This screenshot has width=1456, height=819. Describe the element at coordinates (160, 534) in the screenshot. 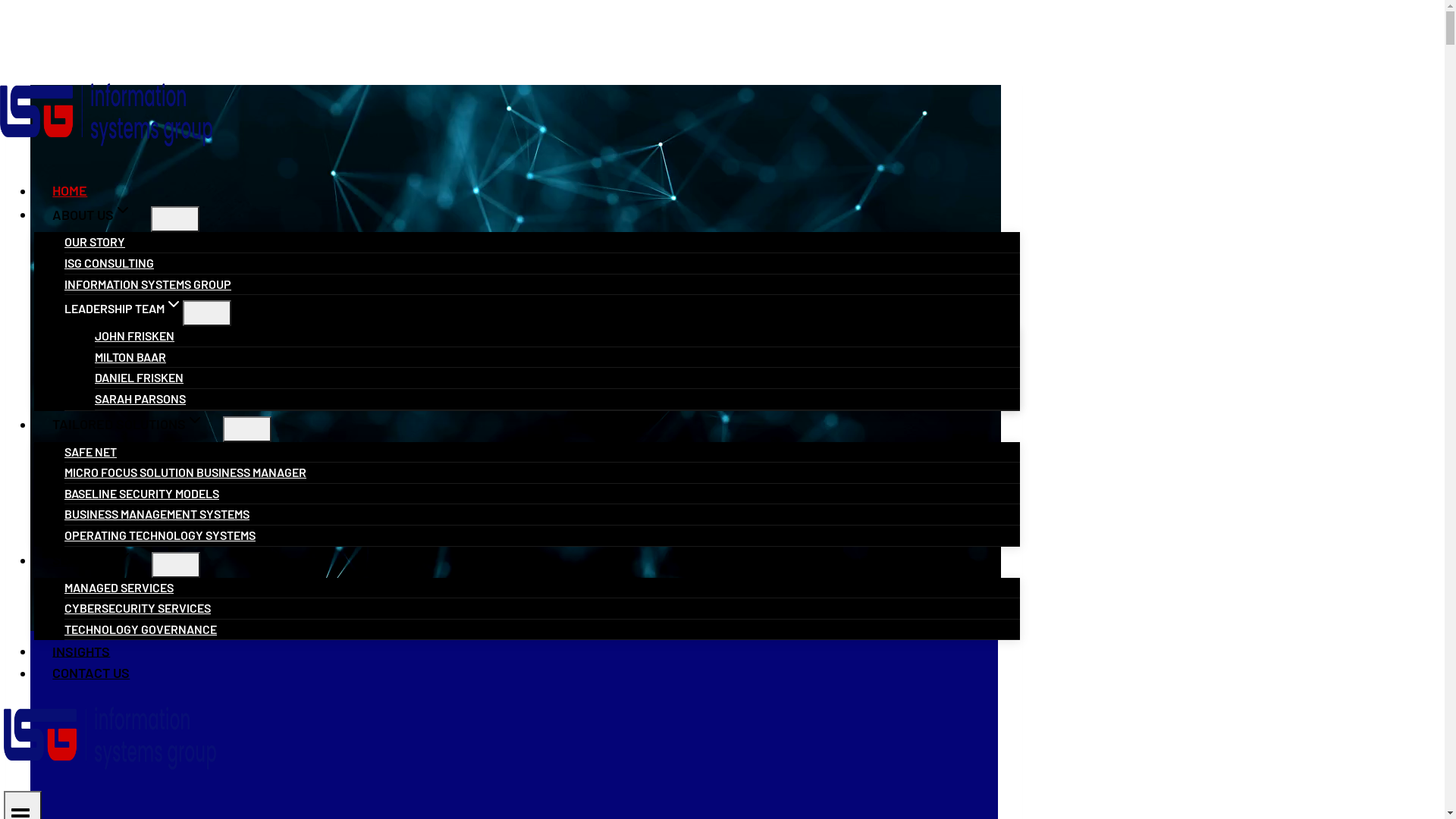

I see `'OPERATING TECHNOLOGY SYSTEMS'` at that location.